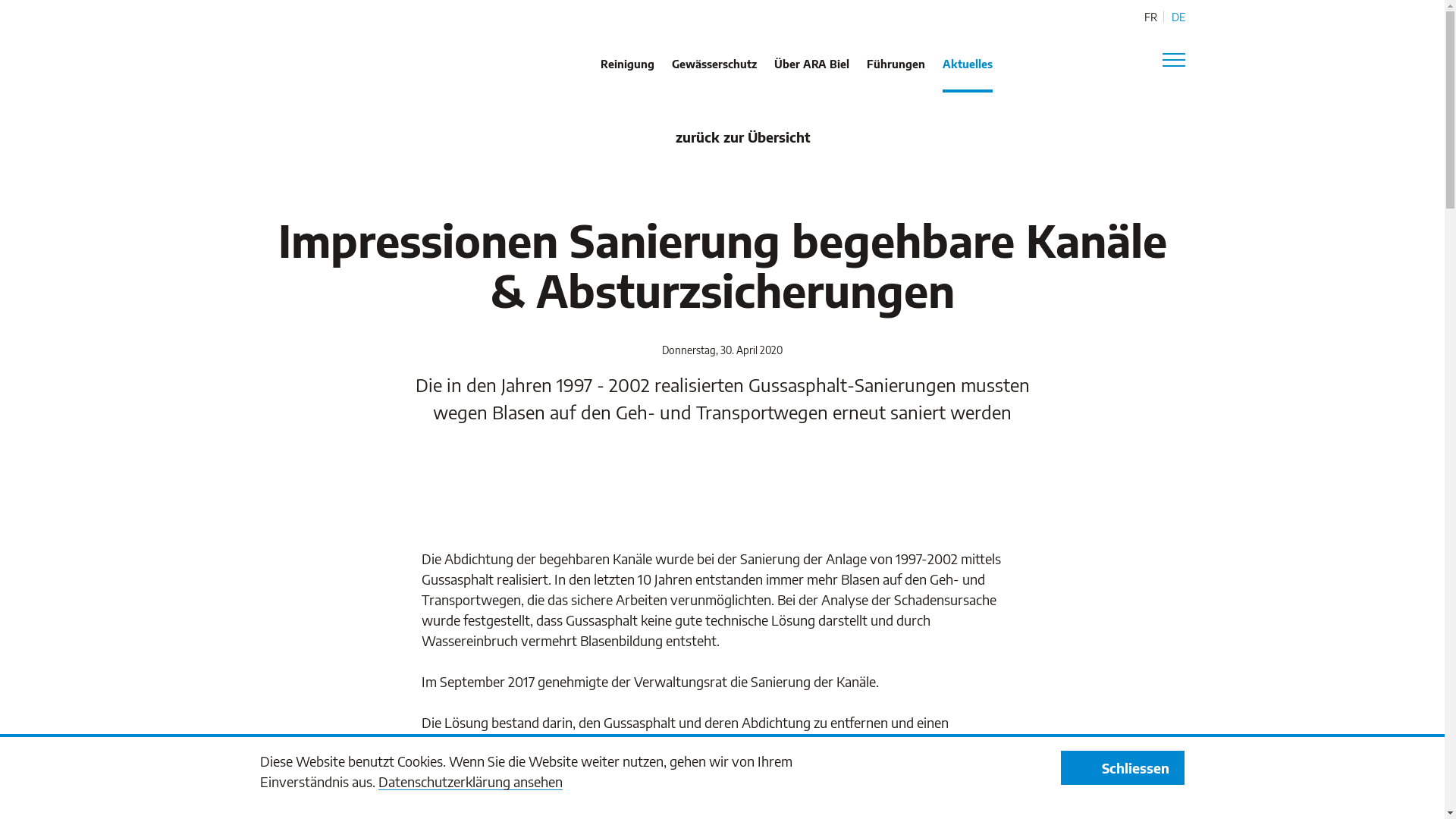 The height and width of the screenshot is (819, 1456). What do you see at coordinates (627, 75) in the screenshot?
I see `'Reinigung'` at bounding box center [627, 75].